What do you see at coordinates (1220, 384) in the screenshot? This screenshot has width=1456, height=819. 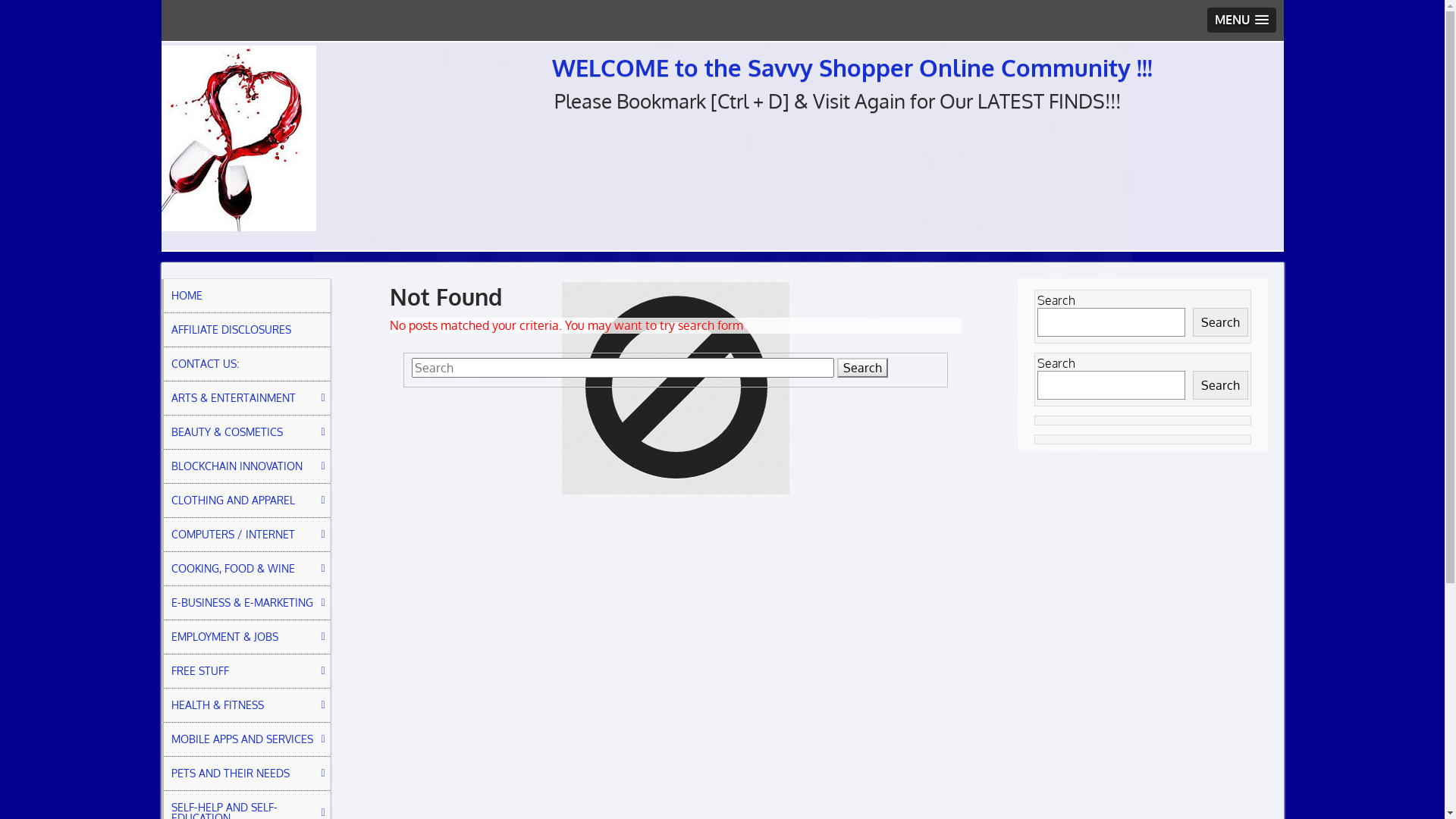 I see `'Search'` at bounding box center [1220, 384].